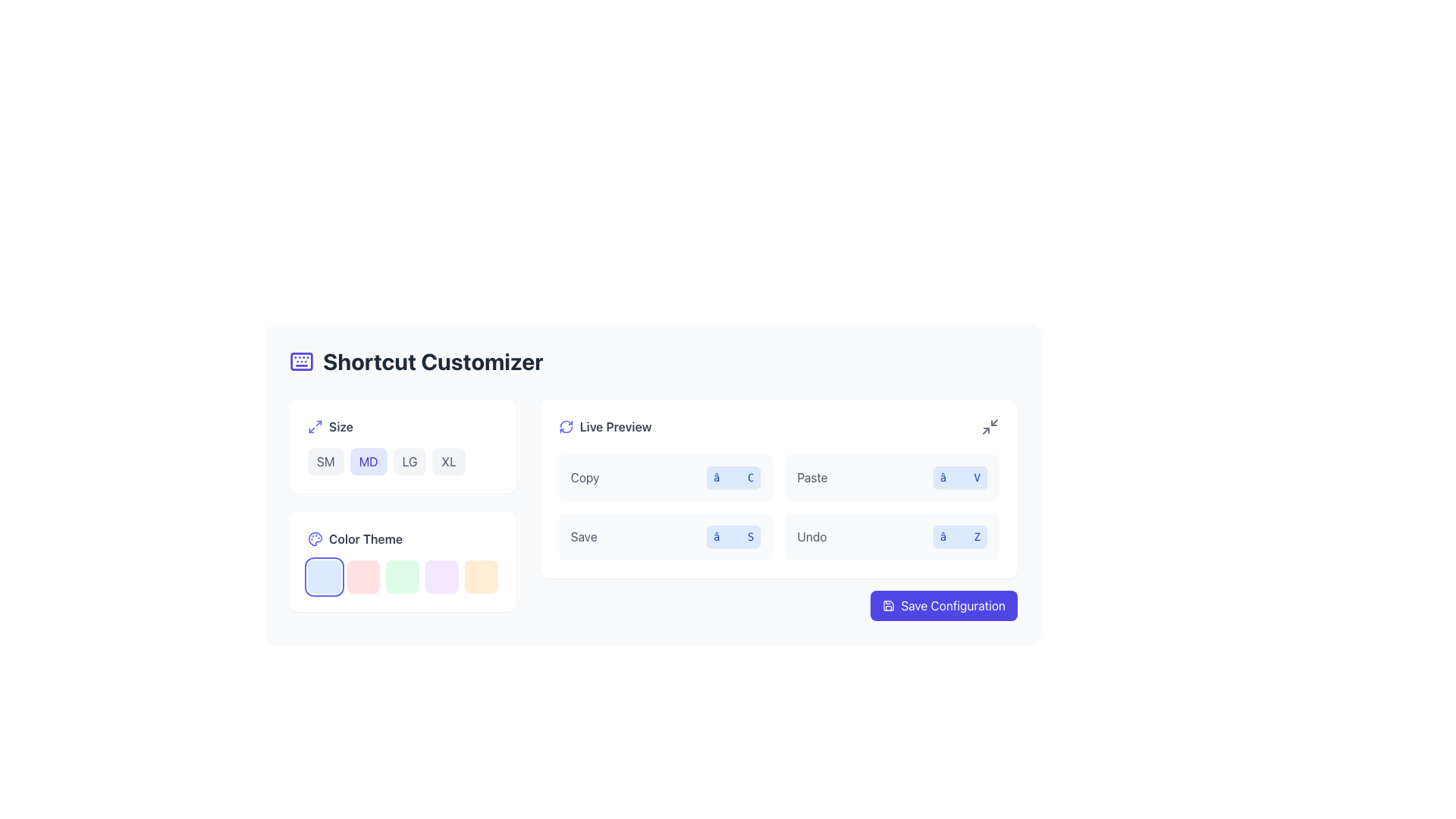 This screenshot has width=1456, height=819. I want to click on the 'Live Preview' button, which features a blue circular arrow icon to the left of bold gray text, located in the top-right corner of the interface, so click(604, 427).